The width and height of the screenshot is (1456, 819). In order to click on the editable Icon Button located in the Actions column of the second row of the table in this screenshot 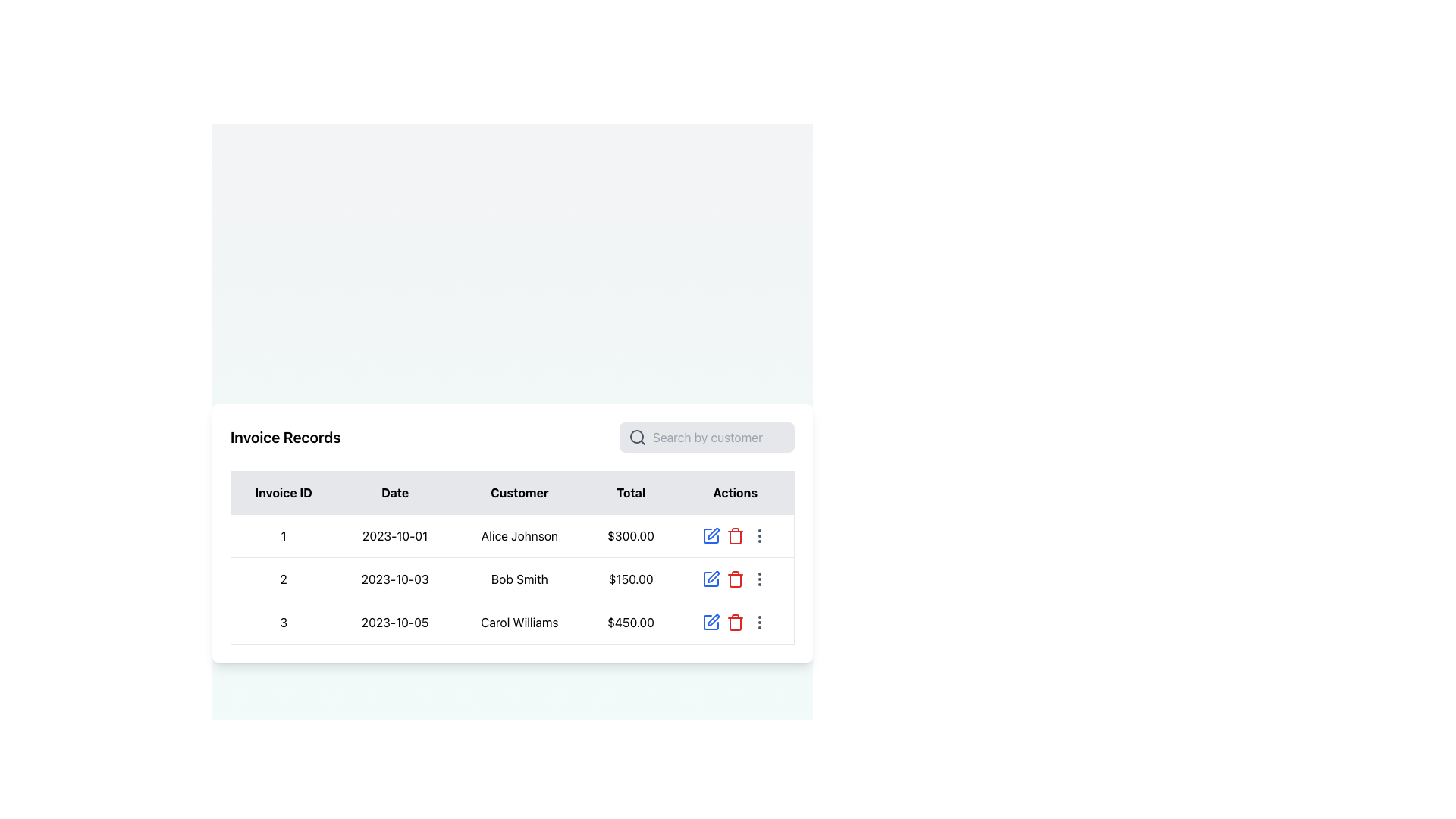, I will do `click(710, 579)`.